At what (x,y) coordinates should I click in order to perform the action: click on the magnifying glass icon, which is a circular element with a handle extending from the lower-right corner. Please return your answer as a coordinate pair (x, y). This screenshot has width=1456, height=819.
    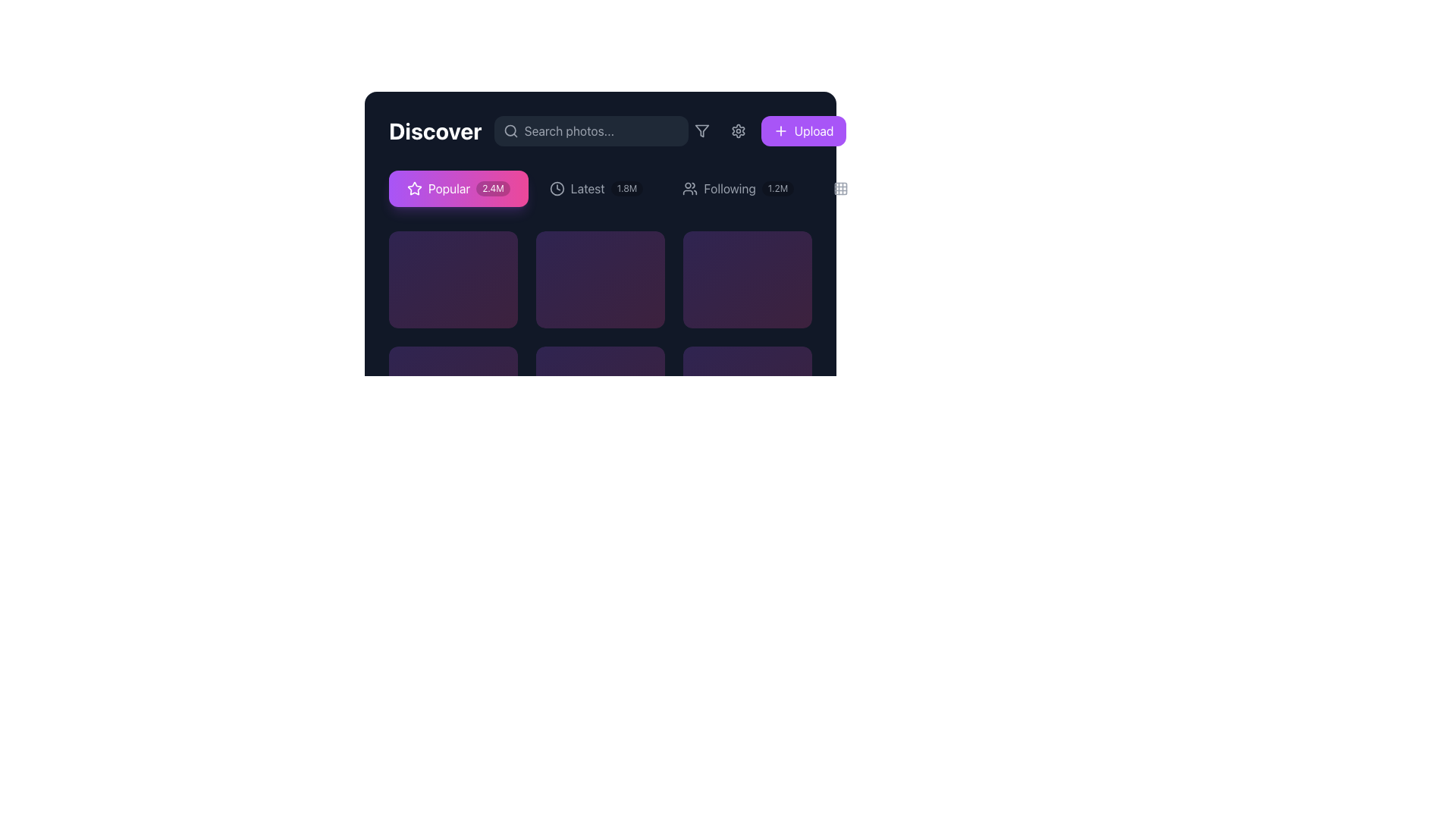
    Looking at the image, I should click on (510, 130).